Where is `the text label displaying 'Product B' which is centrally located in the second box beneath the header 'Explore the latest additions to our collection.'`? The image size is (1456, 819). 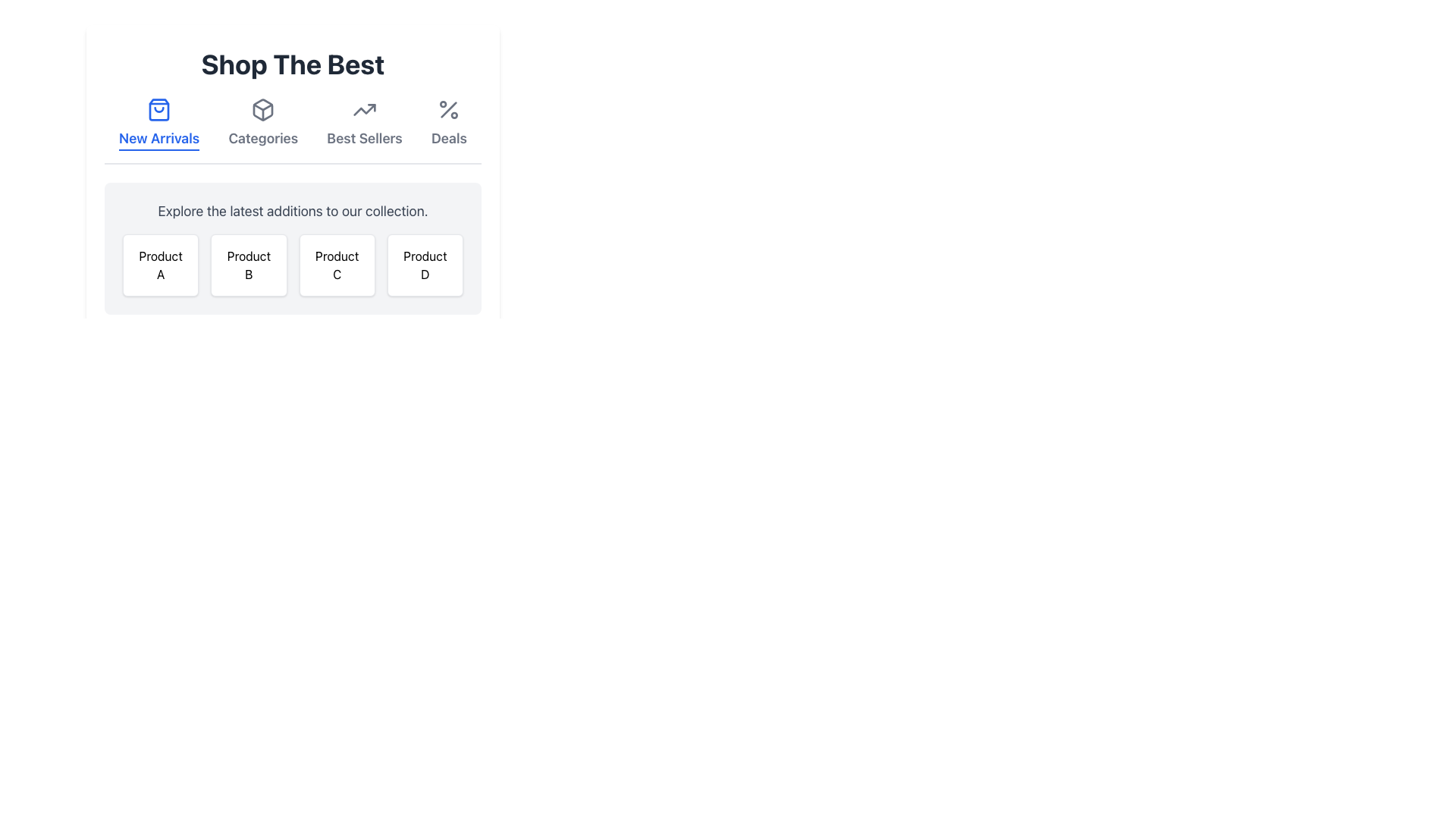 the text label displaying 'Product B' which is centrally located in the second box beneath the header 'Explore the latest additions to our collection.' is located at coordinates (249, 265).